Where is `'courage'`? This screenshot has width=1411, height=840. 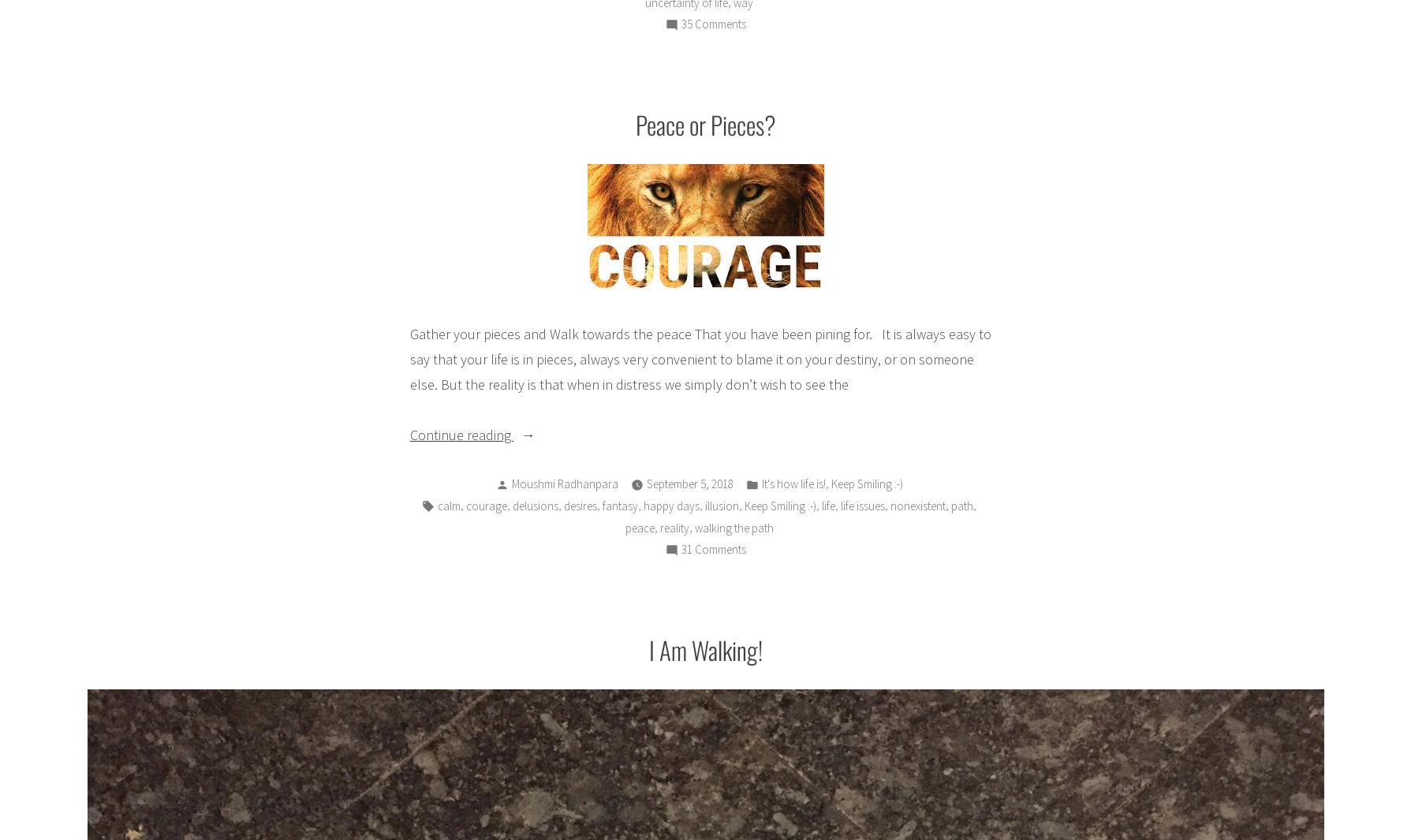 'courage' is located at coordinates (487, 505).